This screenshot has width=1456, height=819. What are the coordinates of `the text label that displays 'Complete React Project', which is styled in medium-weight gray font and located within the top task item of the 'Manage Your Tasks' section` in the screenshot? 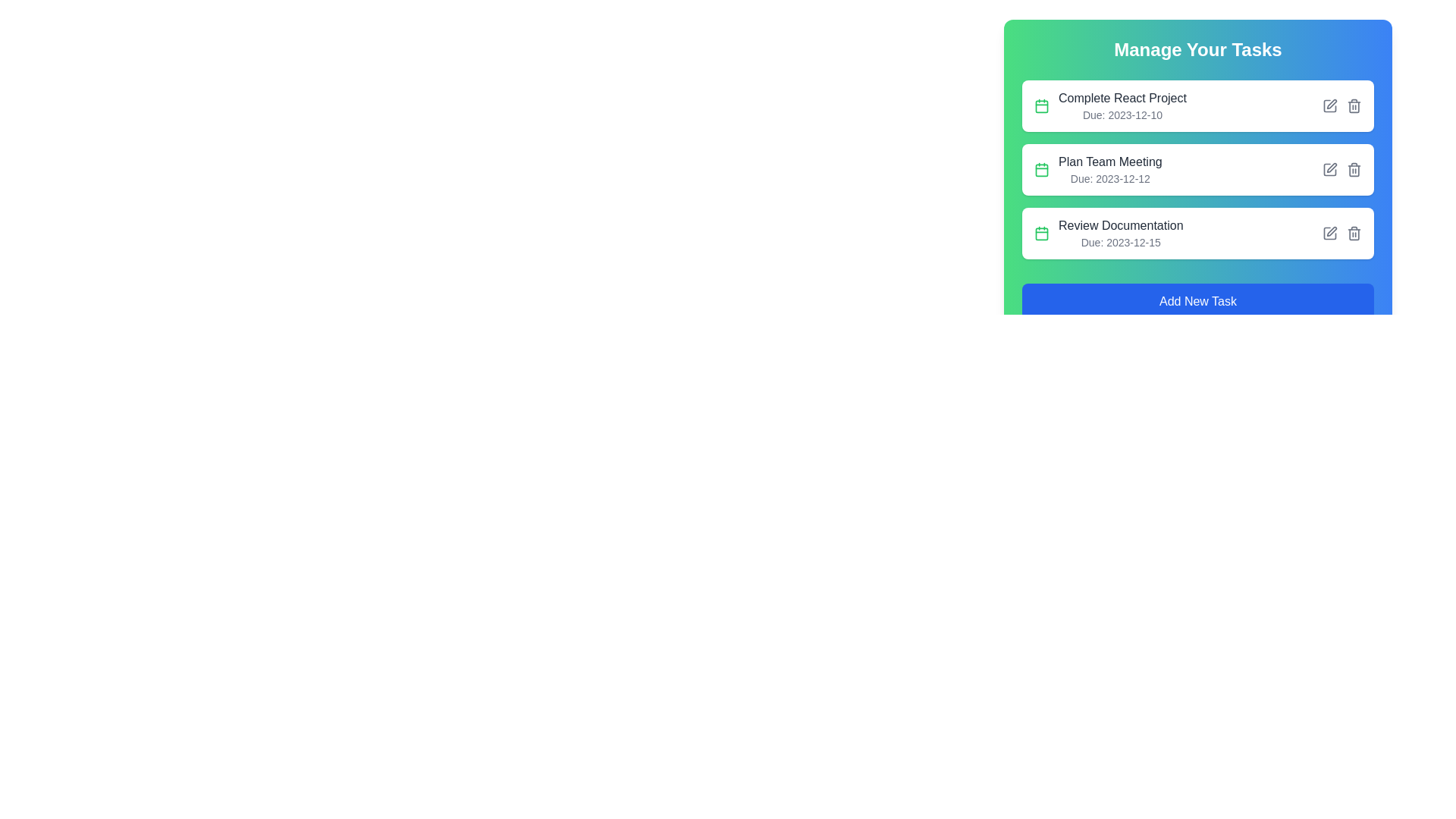 It's located at (1122, 99).